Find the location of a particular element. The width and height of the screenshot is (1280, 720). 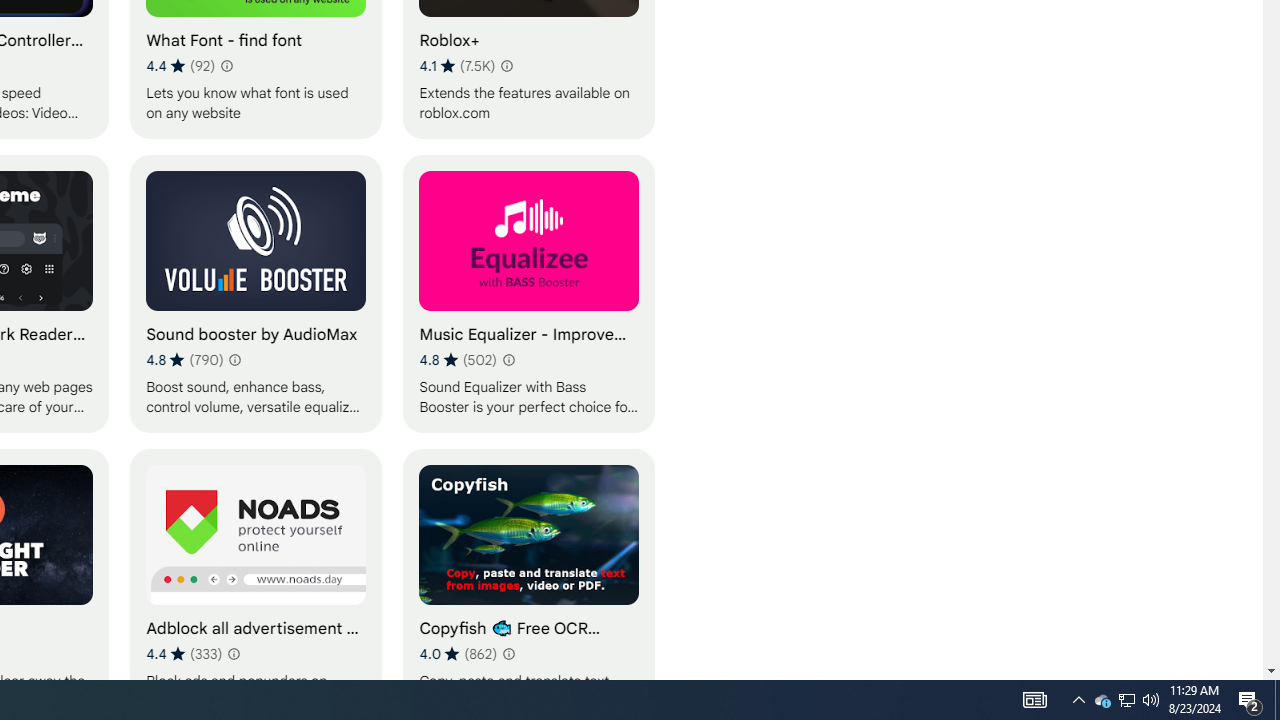

'Average rating 4.0 out of 5 stars. 862 ratings.' is located at coordinates (457, 653).